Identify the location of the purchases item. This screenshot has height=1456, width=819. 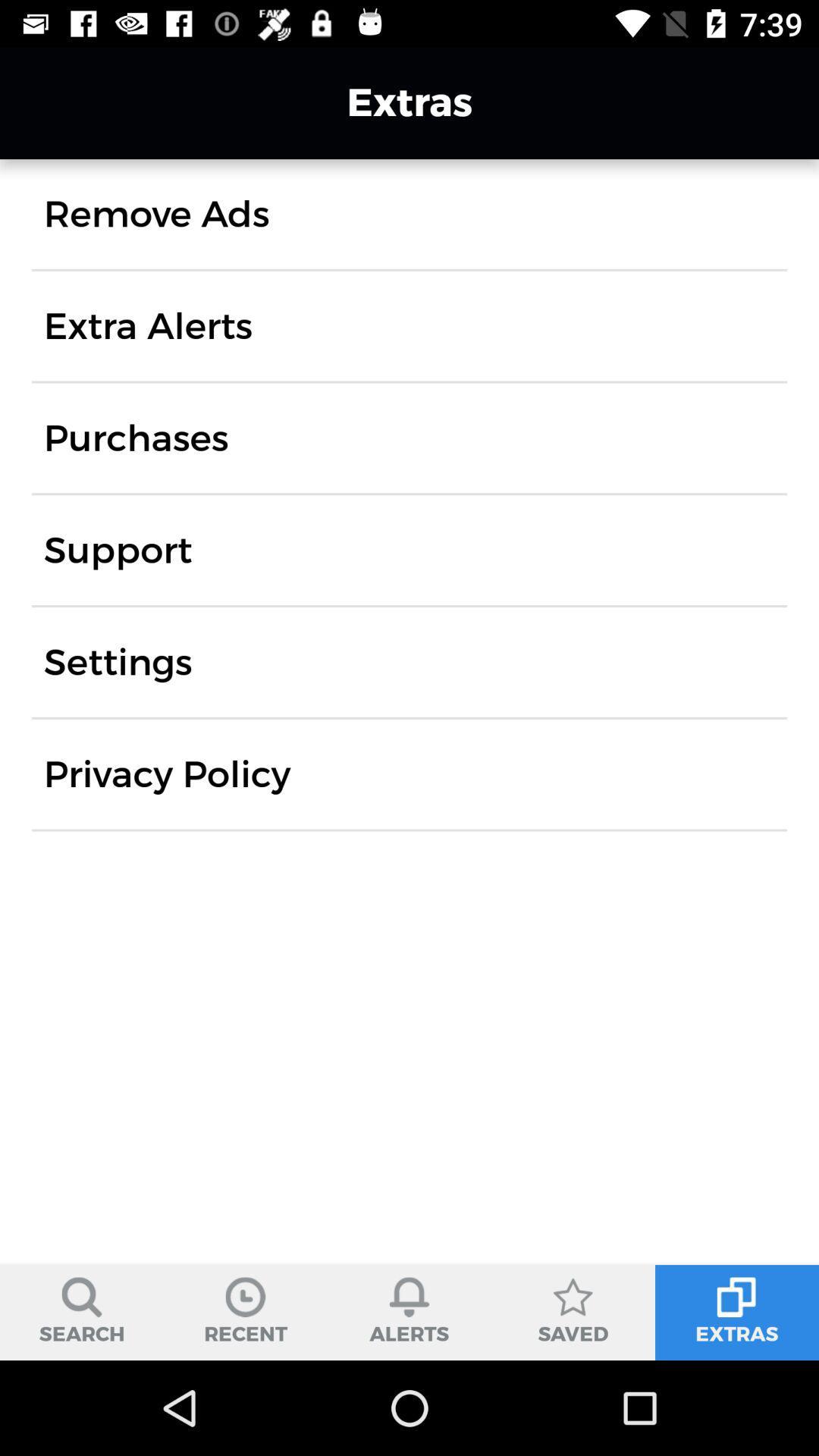
(135, 437).